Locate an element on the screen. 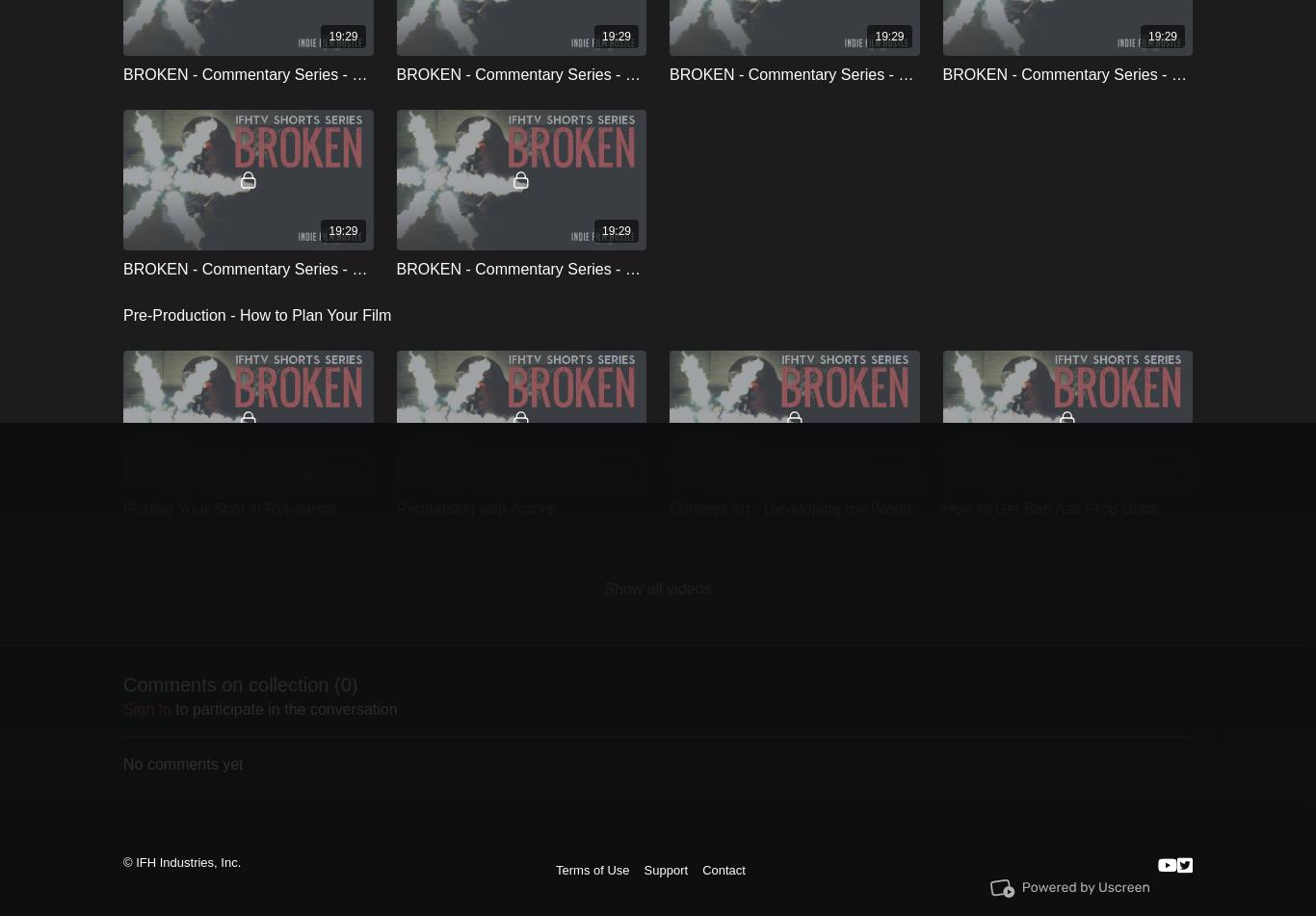 Image resolution: width=1316 pixels, height=916 pixels. 'No comments yet' is located at coordinates (121, 762).